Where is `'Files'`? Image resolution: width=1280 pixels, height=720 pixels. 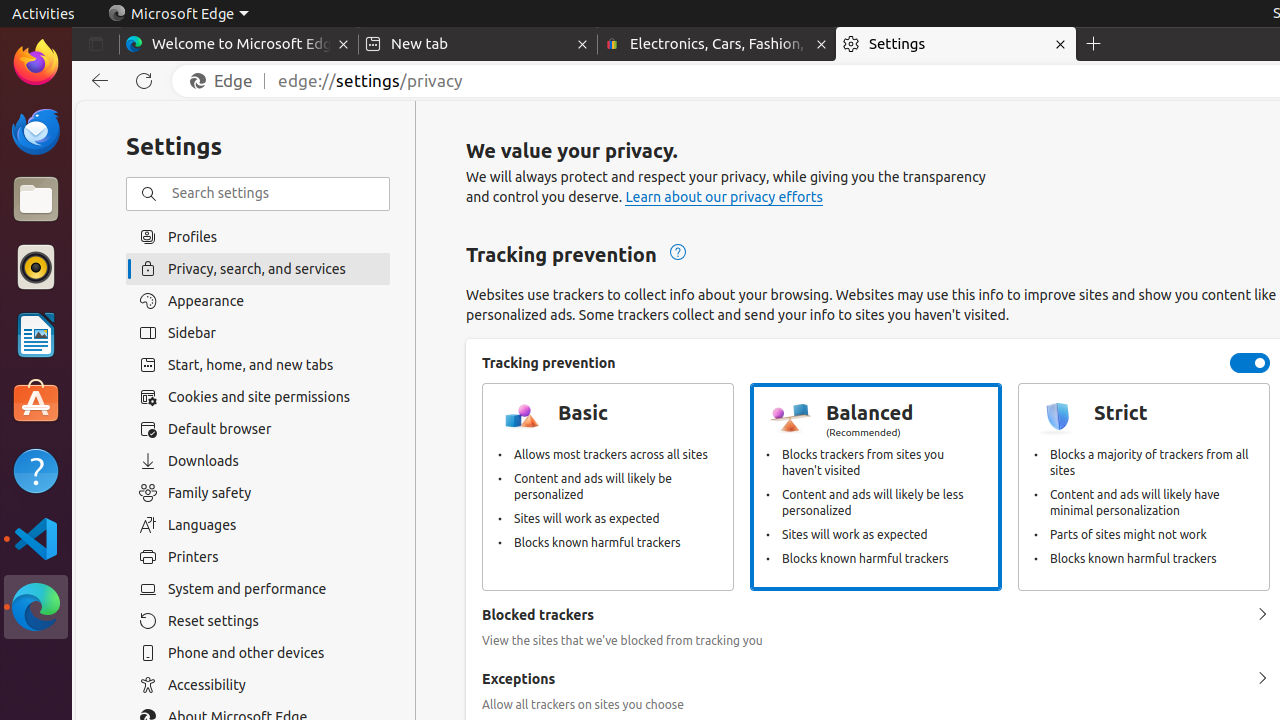 'Files' is located at coordinates (35, 199).